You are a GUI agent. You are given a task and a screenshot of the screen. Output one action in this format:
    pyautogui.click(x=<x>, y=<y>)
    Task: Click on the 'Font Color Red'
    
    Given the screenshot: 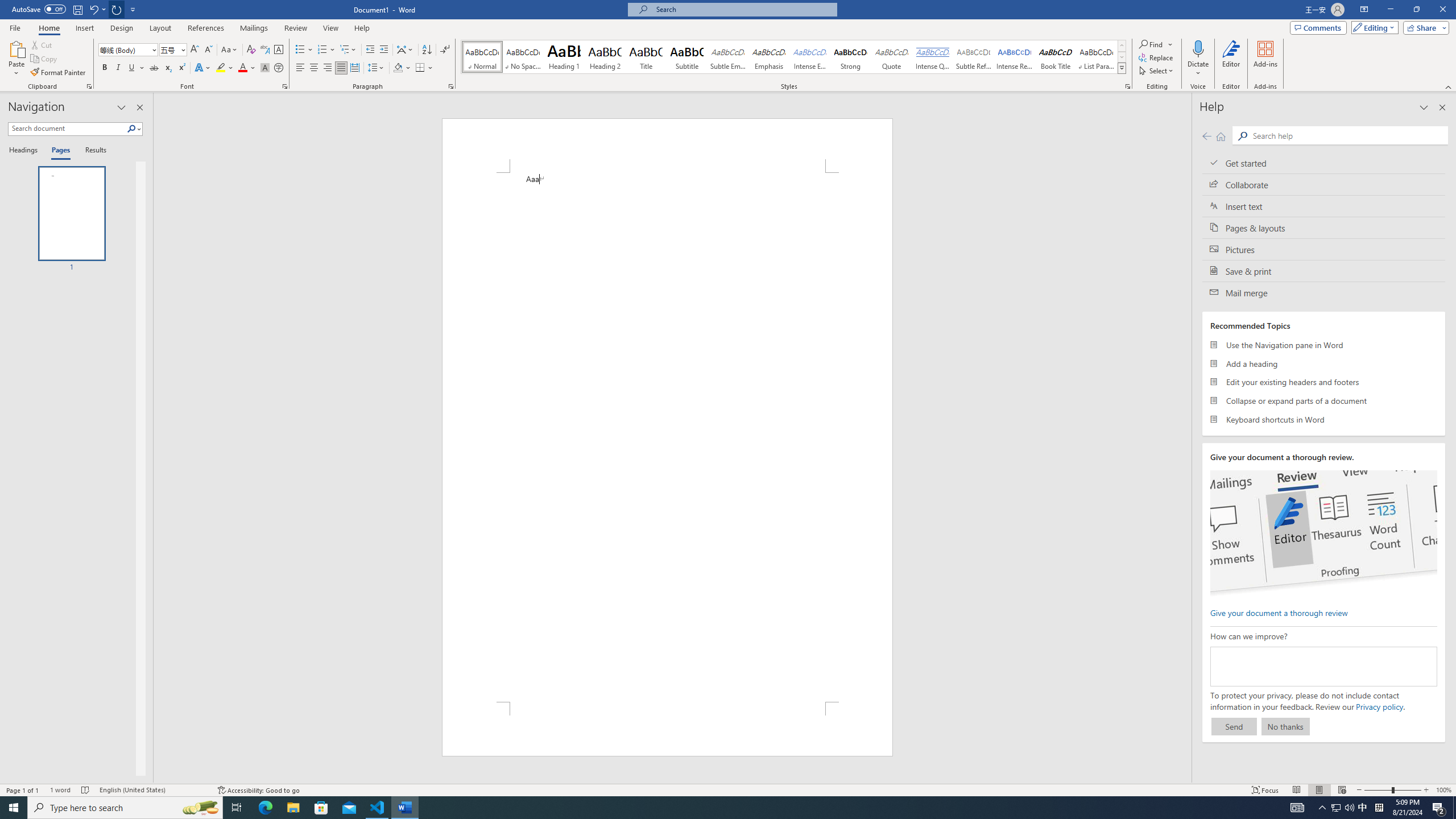 What is the action you would take?
    pyautogui.click(x=242, y=67)
    